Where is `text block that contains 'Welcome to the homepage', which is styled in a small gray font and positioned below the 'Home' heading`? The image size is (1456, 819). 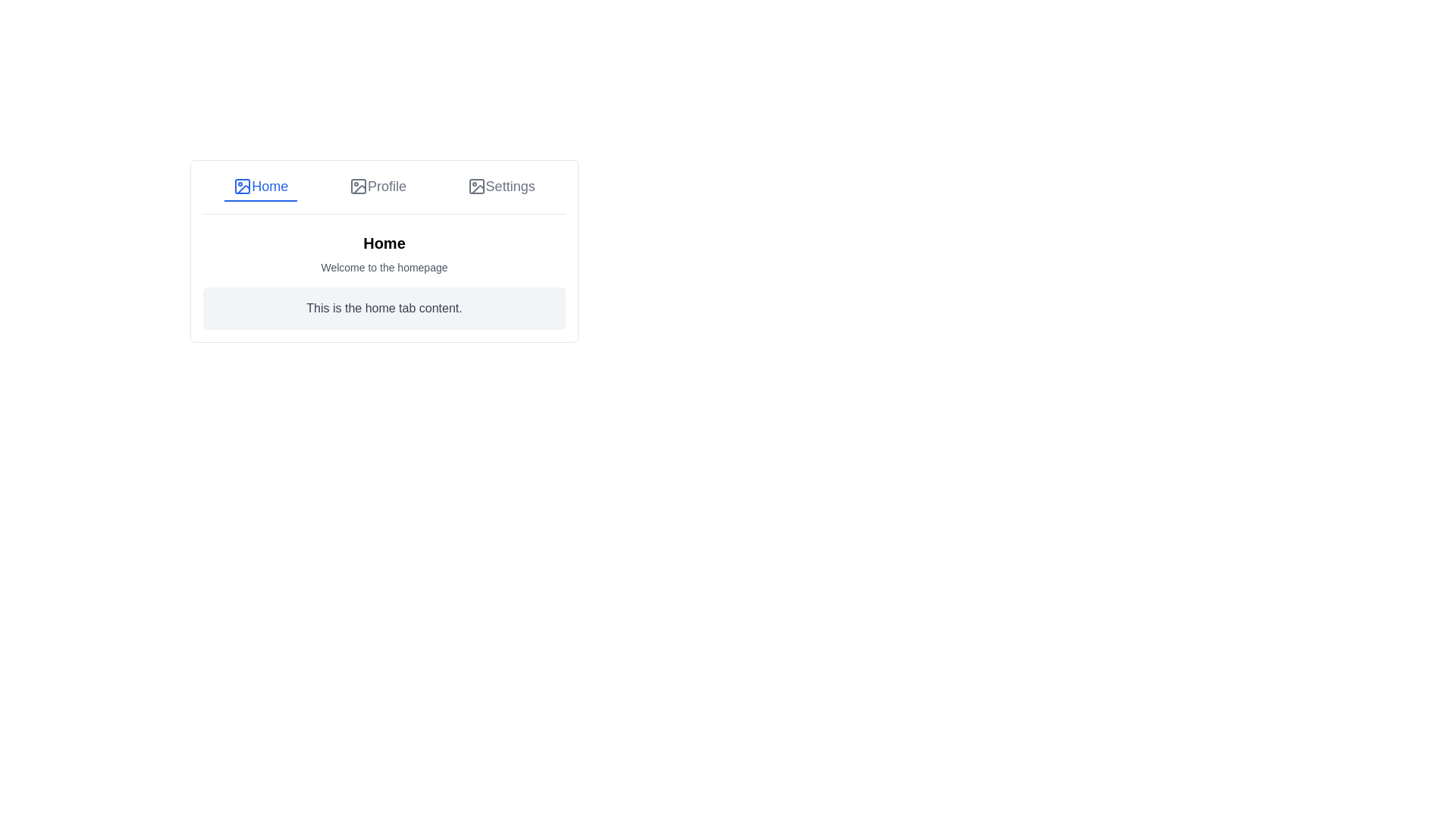 text block that contains 'Welcome to the homepage', which is styled in a small gray font and positioned below the 'Home' heading is located at coordinates (384, 267).